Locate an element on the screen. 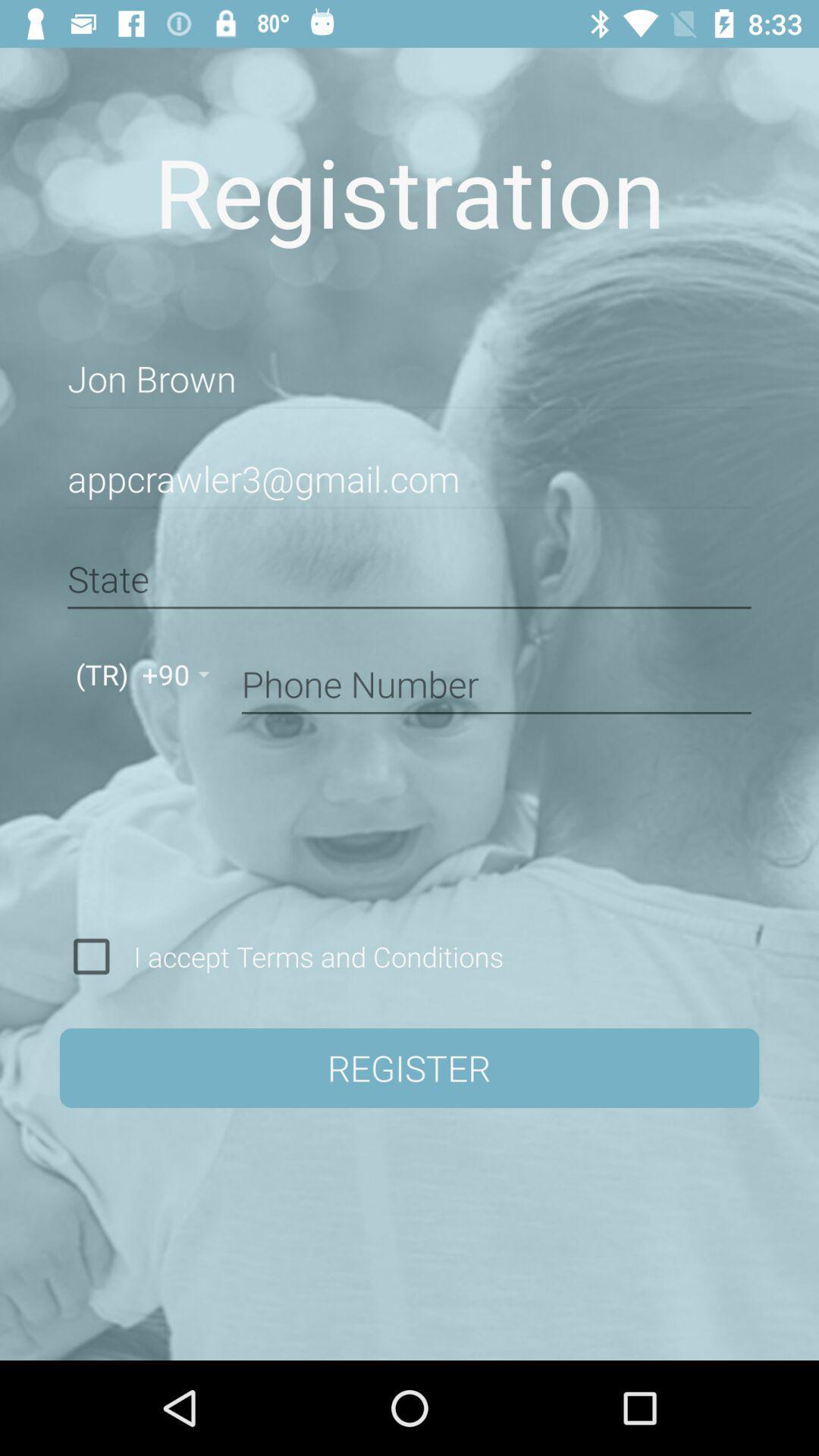  icon next to the i accept terms item is located at coordinates (91, 955).